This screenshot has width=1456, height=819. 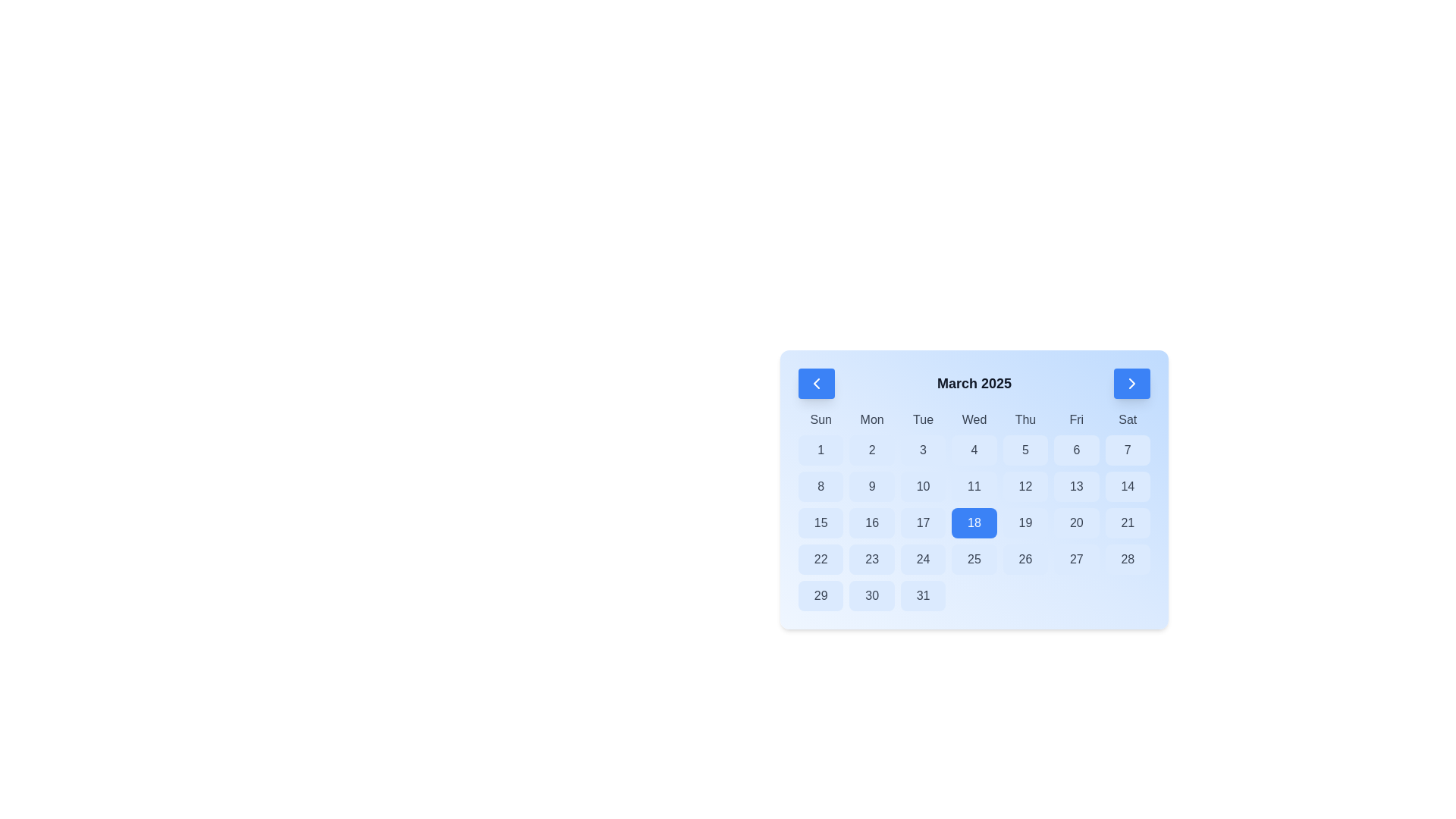 What do you see at coordinates (872, 450) in the screenshot?
I see `the rounded rectangular button displaying the number '2' with a light blue background` at bounding box center [872, 450].